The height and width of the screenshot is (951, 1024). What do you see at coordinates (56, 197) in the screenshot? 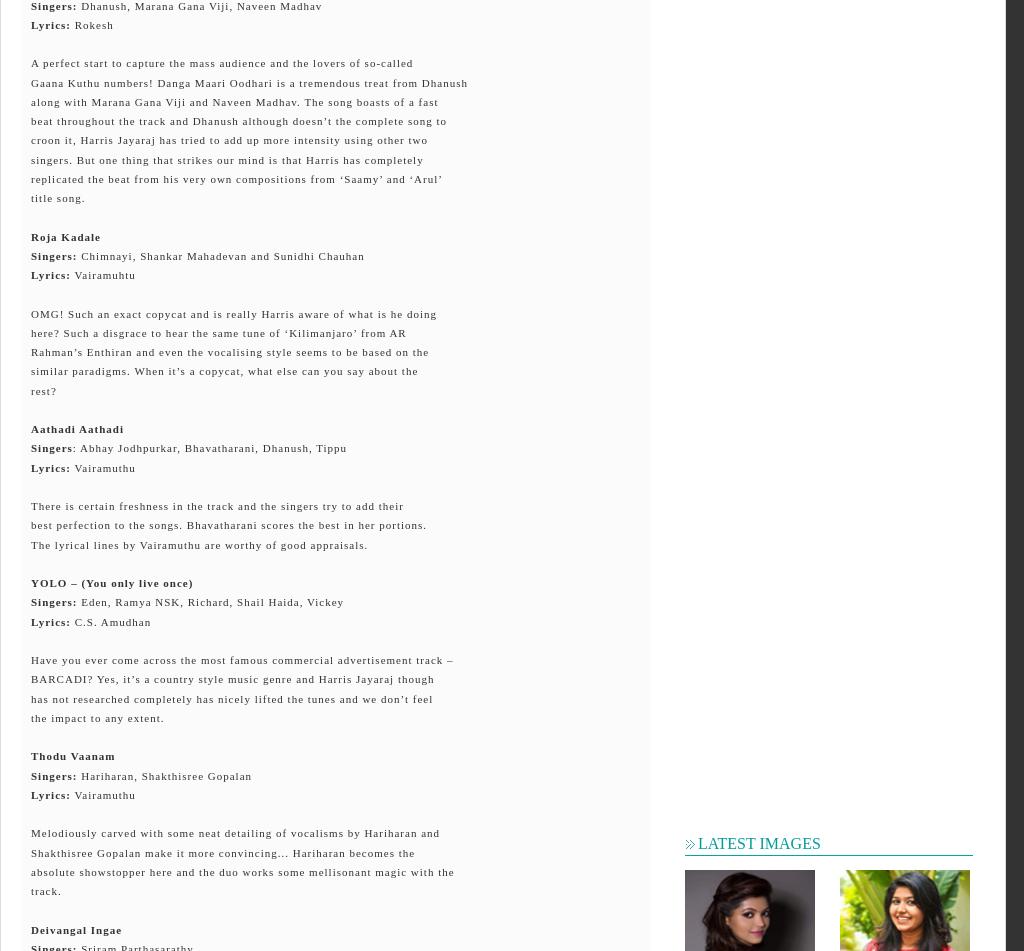
I see `'title song.'` at bounding box center [56, 197].